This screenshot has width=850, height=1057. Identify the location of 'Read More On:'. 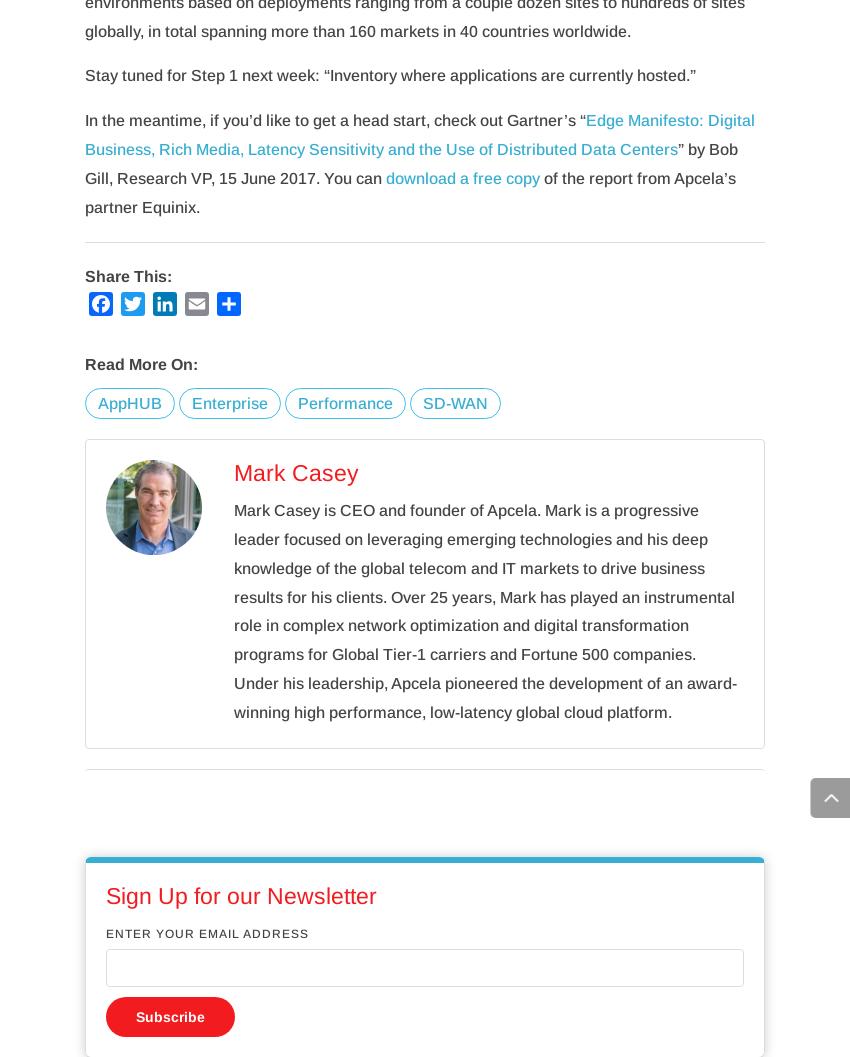
(141, 364).